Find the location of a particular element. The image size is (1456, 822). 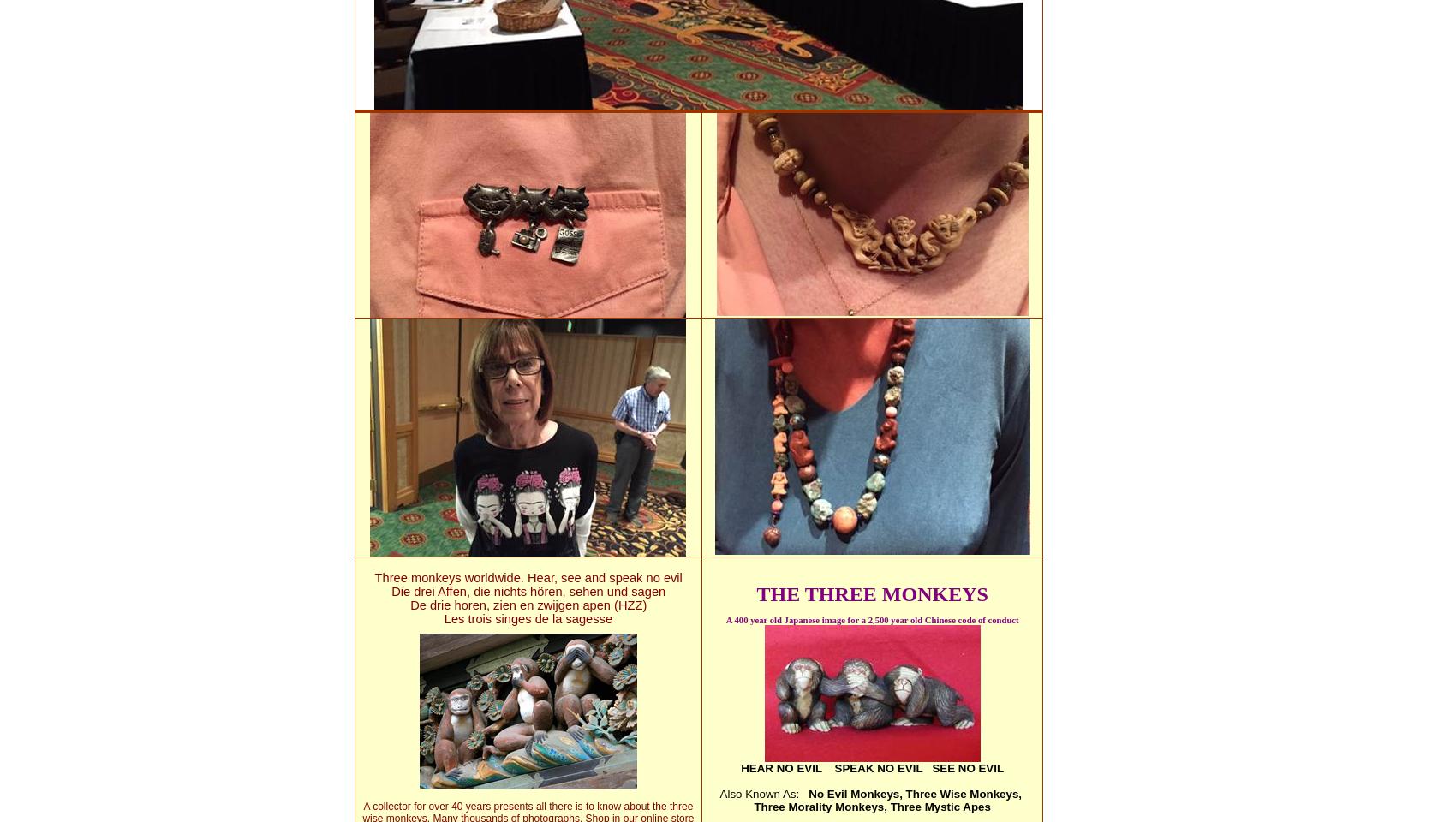

'Les trois singes de la sagesse' is located at coordinates (443, 617).